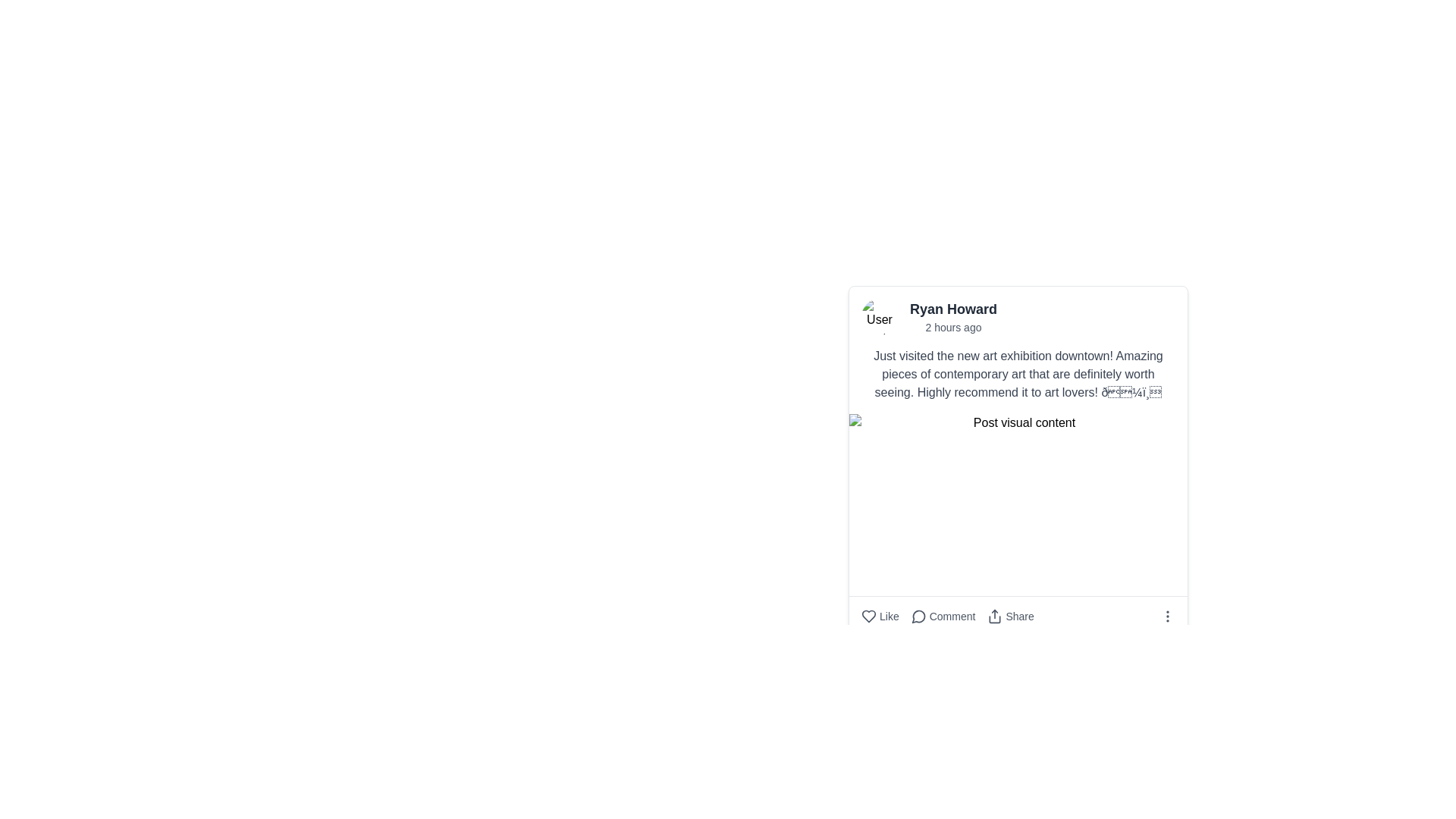  I want to click on the text block that serves as a description for the post, located beneath the username 'Ryan Howard' and above the 'Post visual content' area, so click(1018, 374).